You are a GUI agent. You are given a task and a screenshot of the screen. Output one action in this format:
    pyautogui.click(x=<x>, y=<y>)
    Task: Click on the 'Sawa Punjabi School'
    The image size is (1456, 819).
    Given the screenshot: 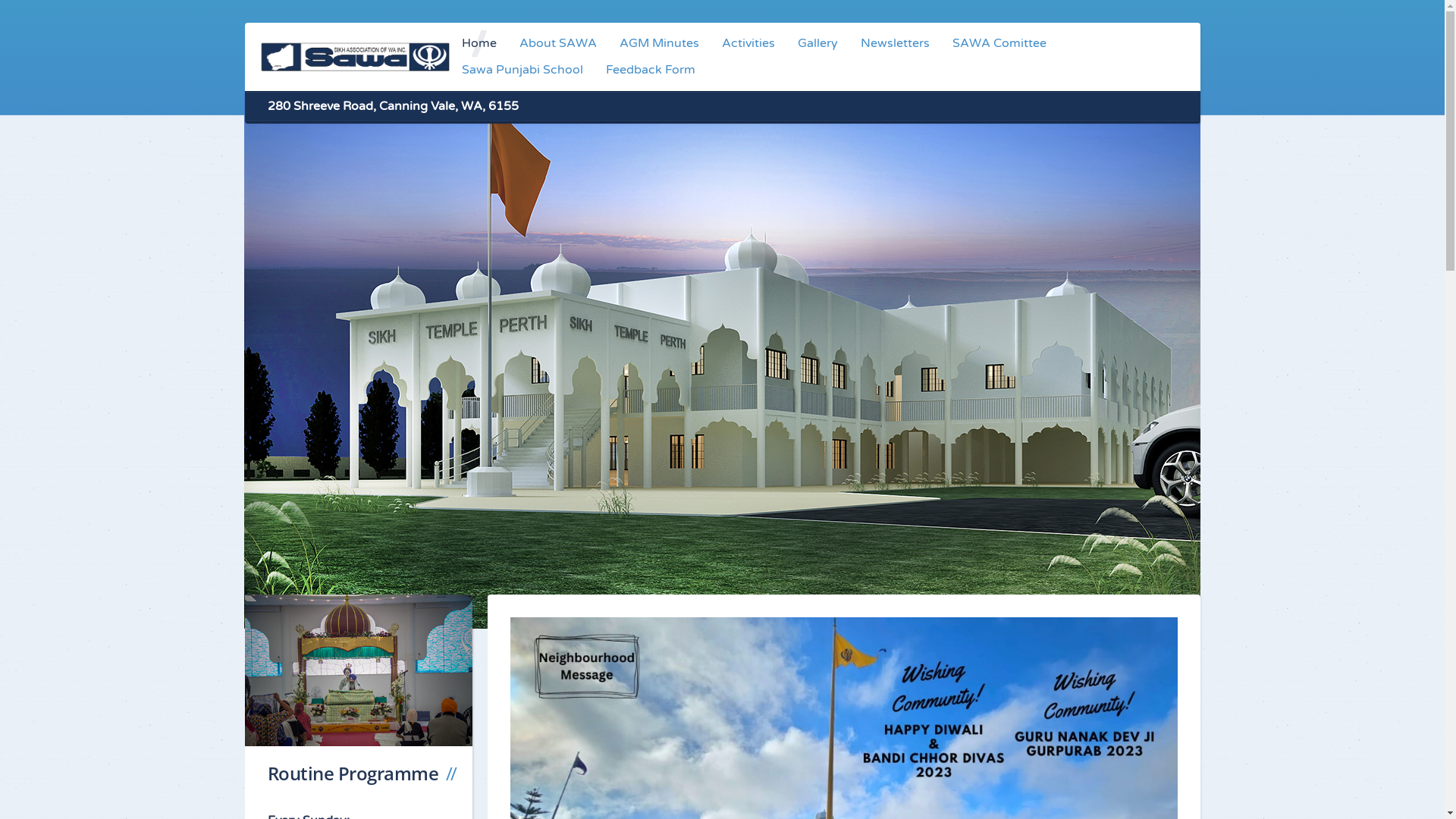 What is the action you would take?
    pyautogui.click(x=522, y=70)
    